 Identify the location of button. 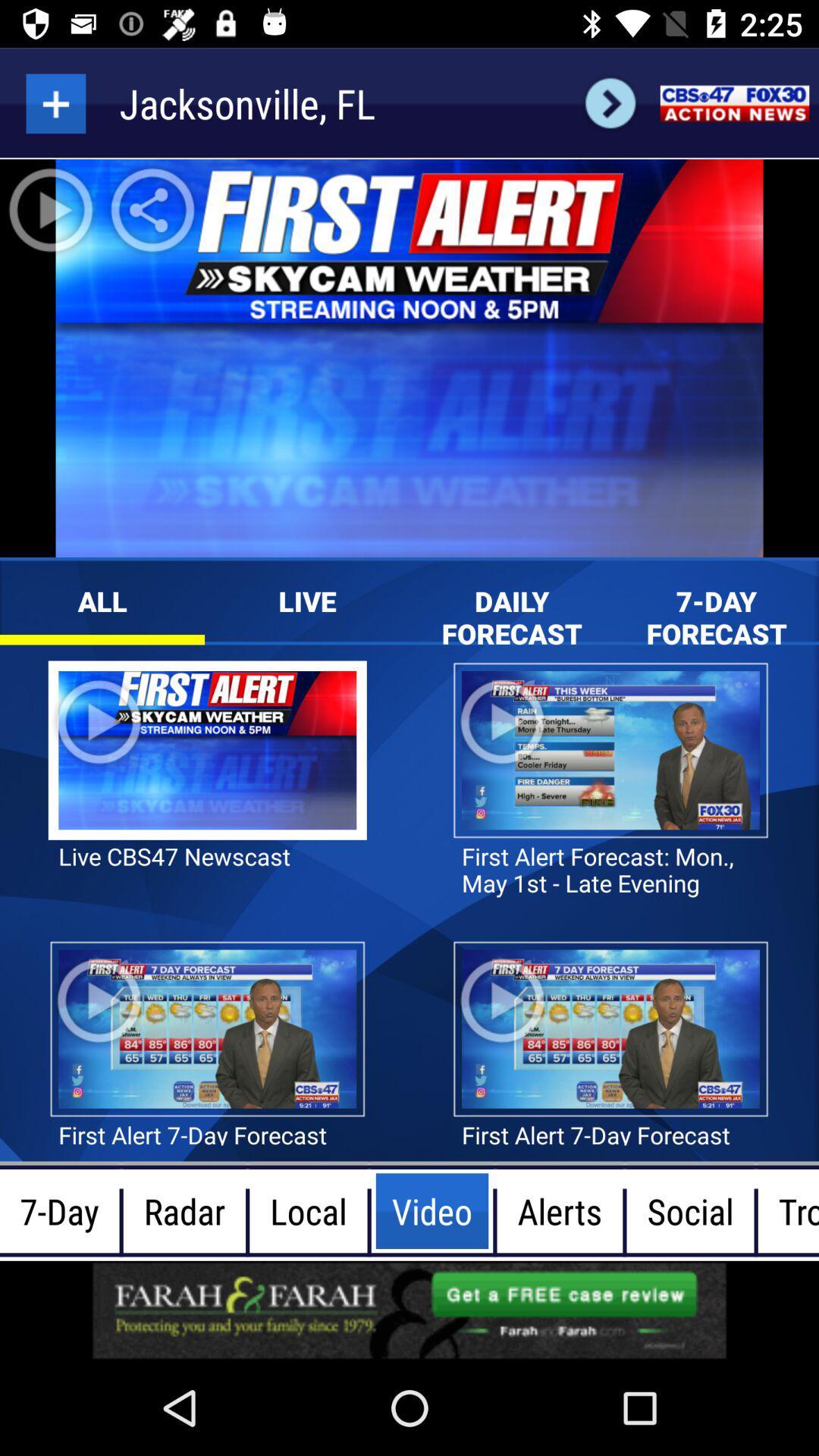
(55, 102).